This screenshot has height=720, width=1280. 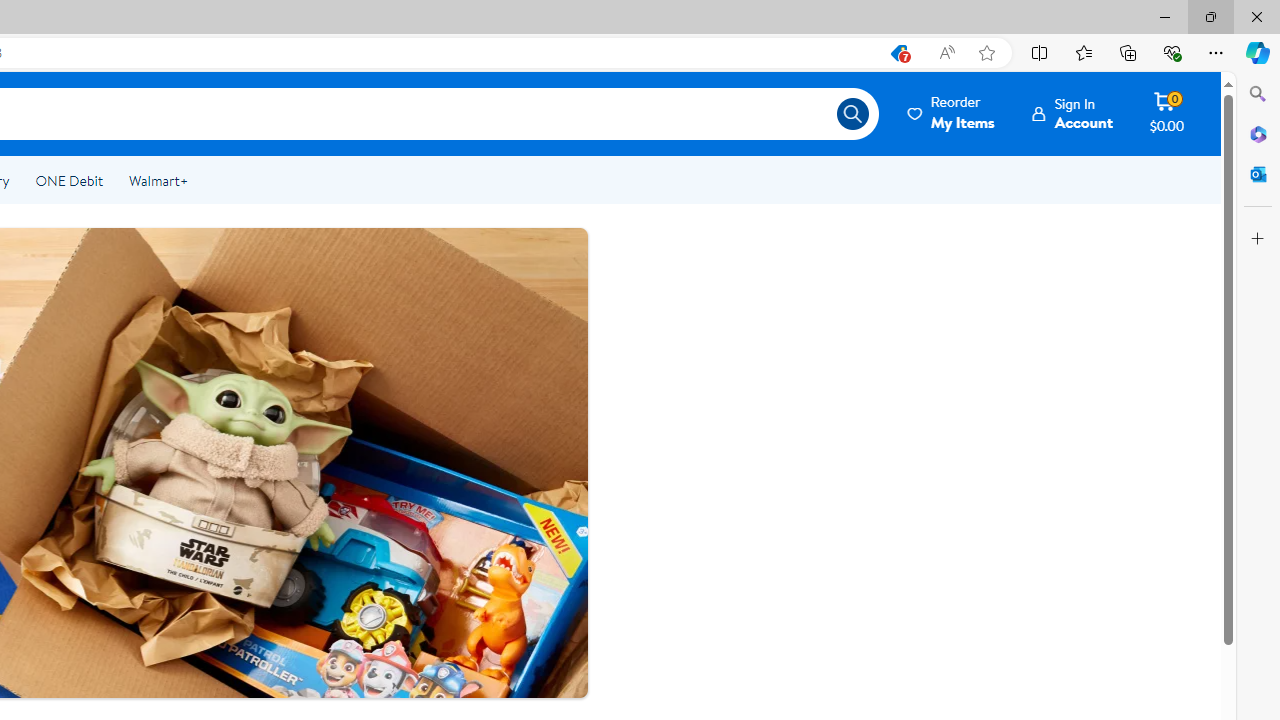 What do you see at coordinates (897, 52) in the screenshot?
I see `'This site has coupons! Shopping in Microsoft Edge, 7'` at bounding box center [897, 52].